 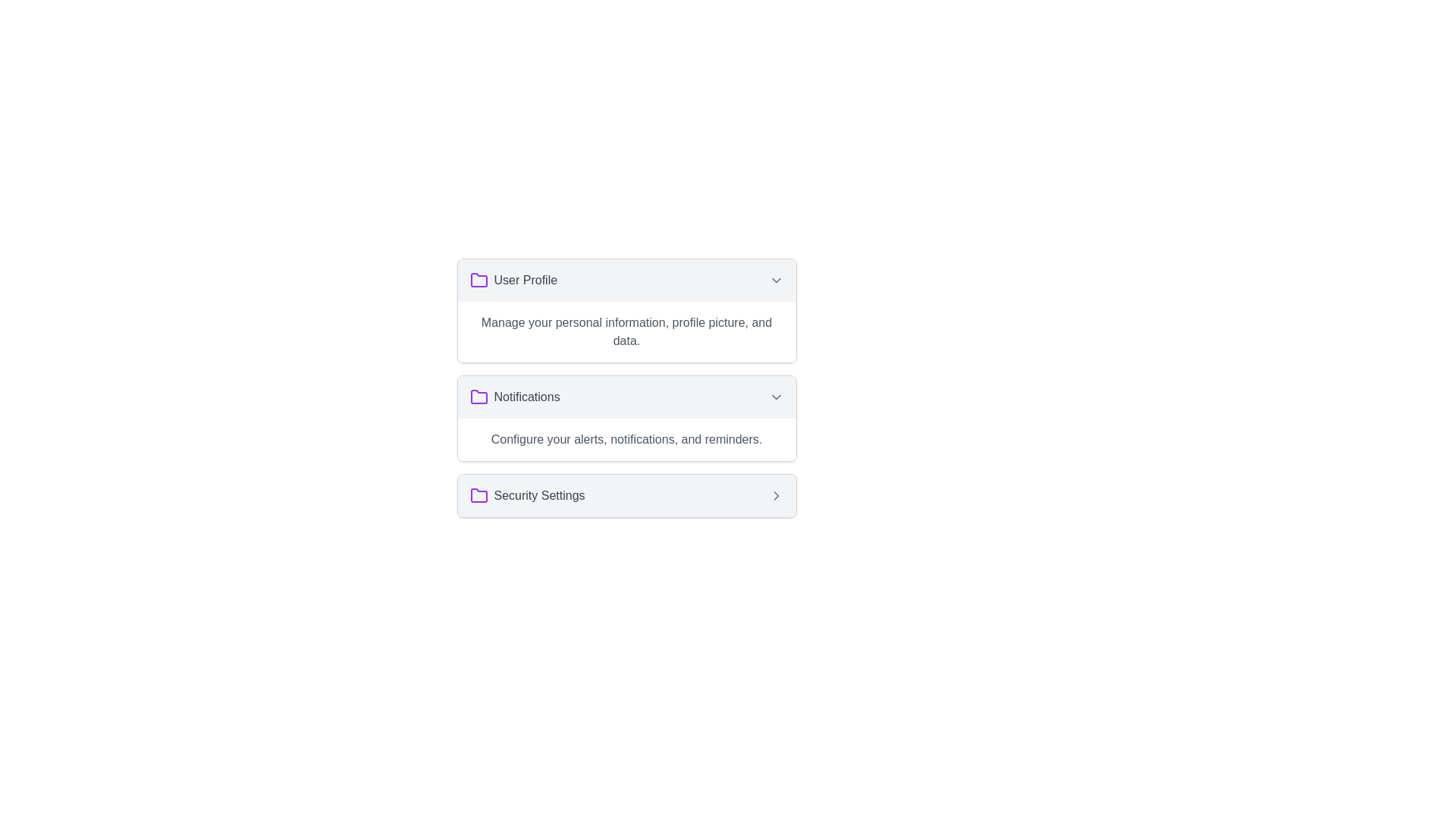 What do you see at coordinates (527, 496) in the screenshot?
I see `the third Menu Item with Icon and Text` at bounding box center [527, 496].